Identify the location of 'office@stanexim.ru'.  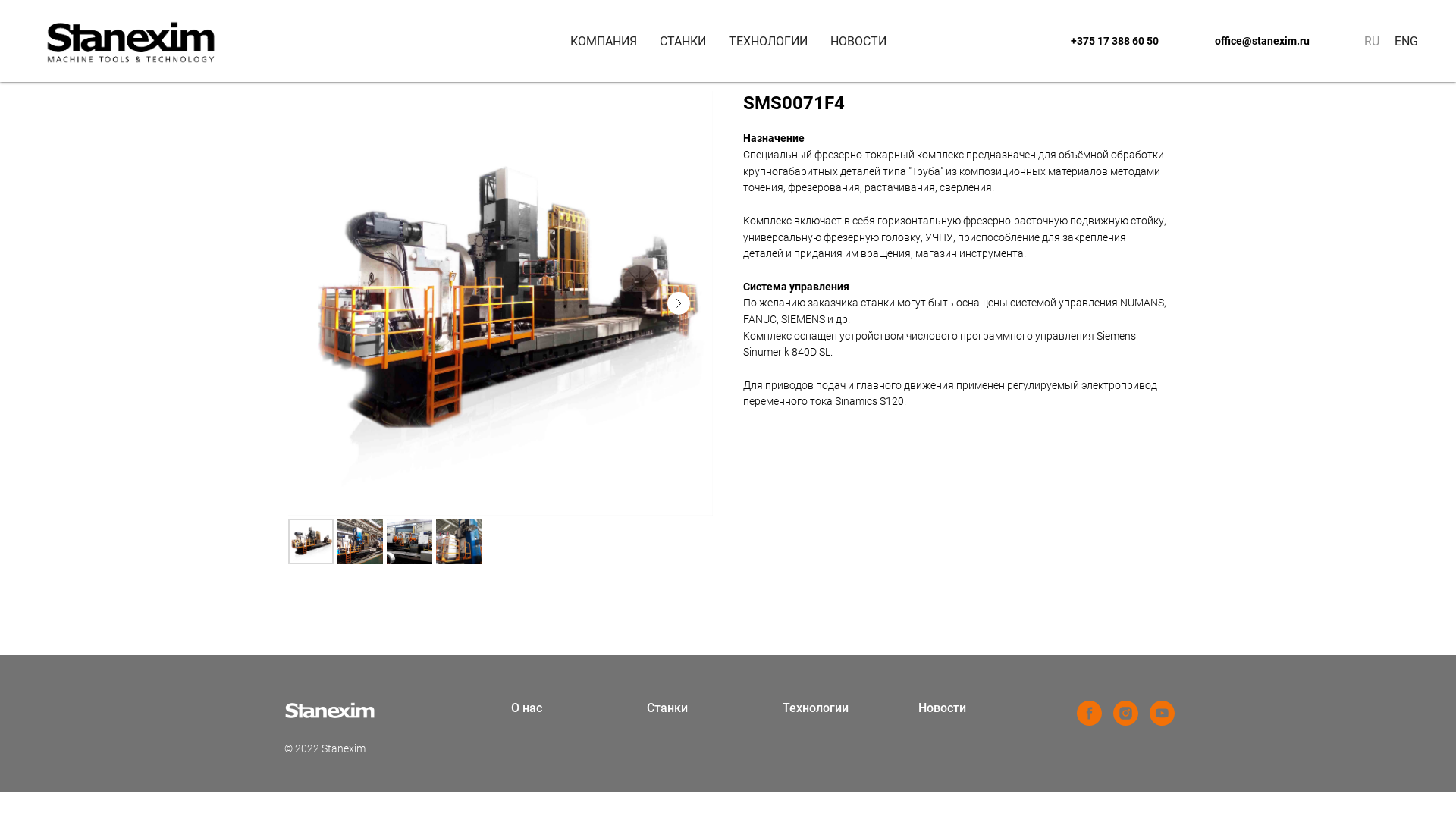
(1189, 40).